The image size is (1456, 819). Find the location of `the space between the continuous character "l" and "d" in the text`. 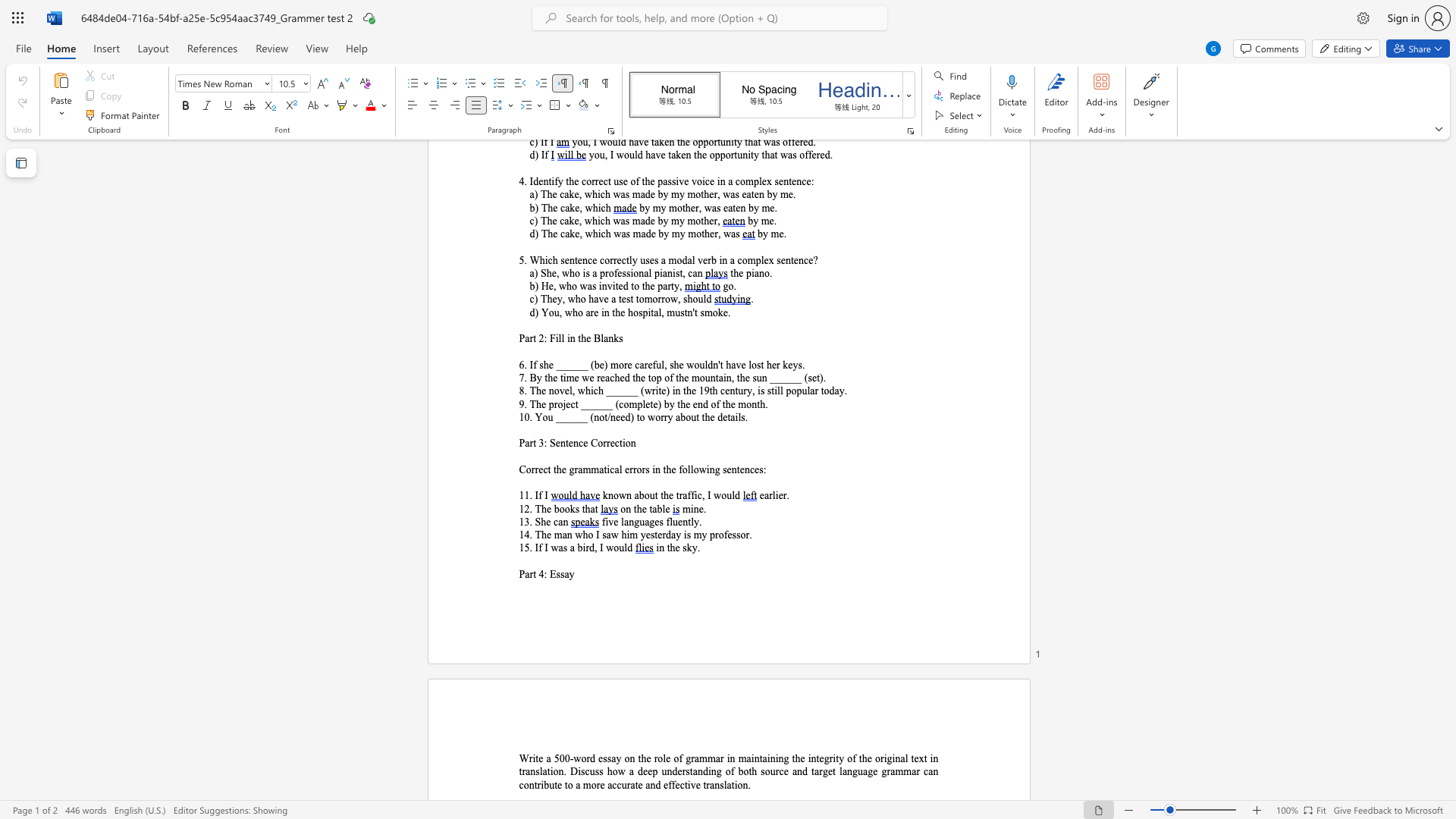

the space between the continuous character "l" and "d" in the text is located at coordinates (627, 548).